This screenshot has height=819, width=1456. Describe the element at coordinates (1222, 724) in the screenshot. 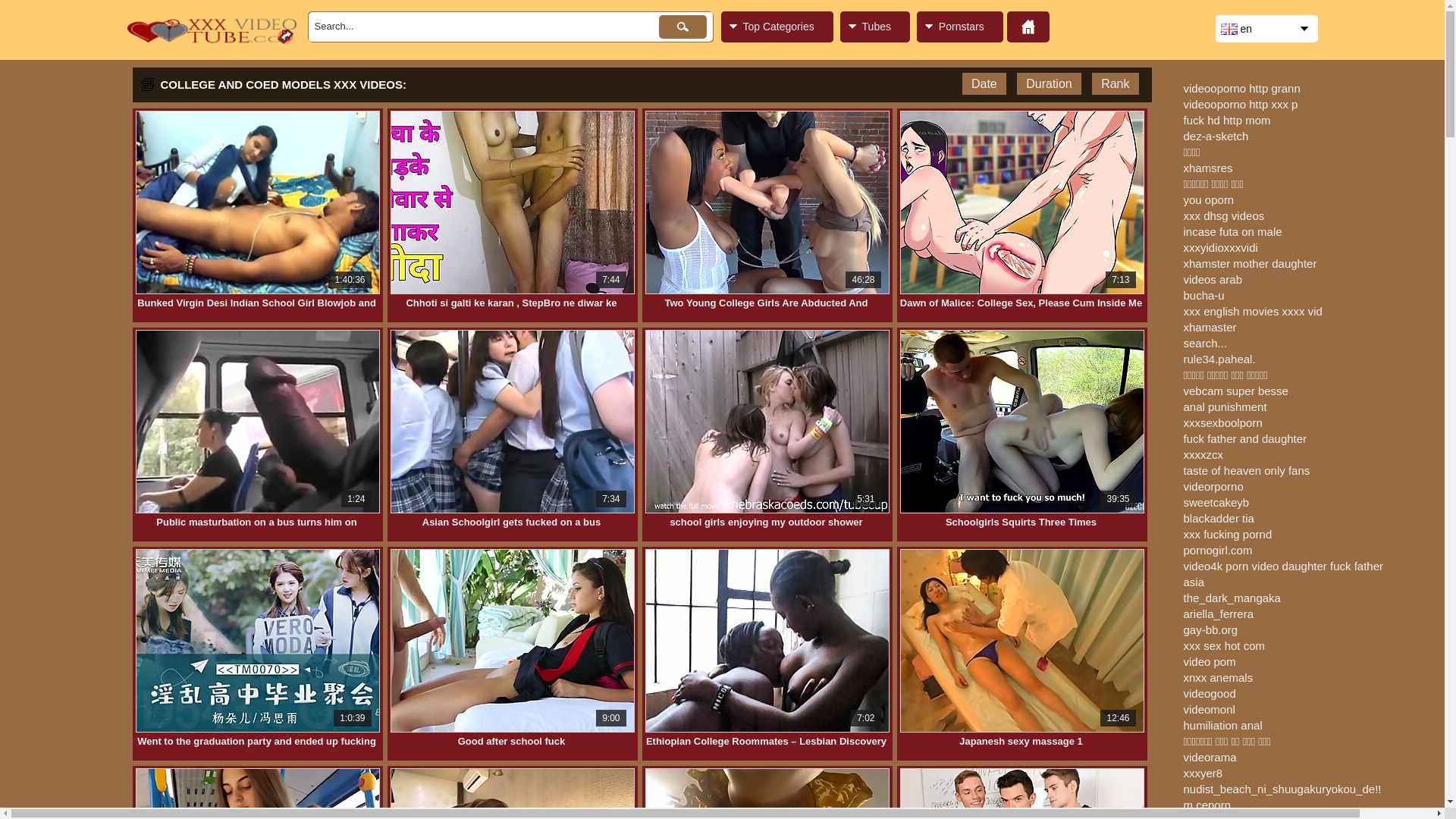

I see `'humiliation anal'` at that location.